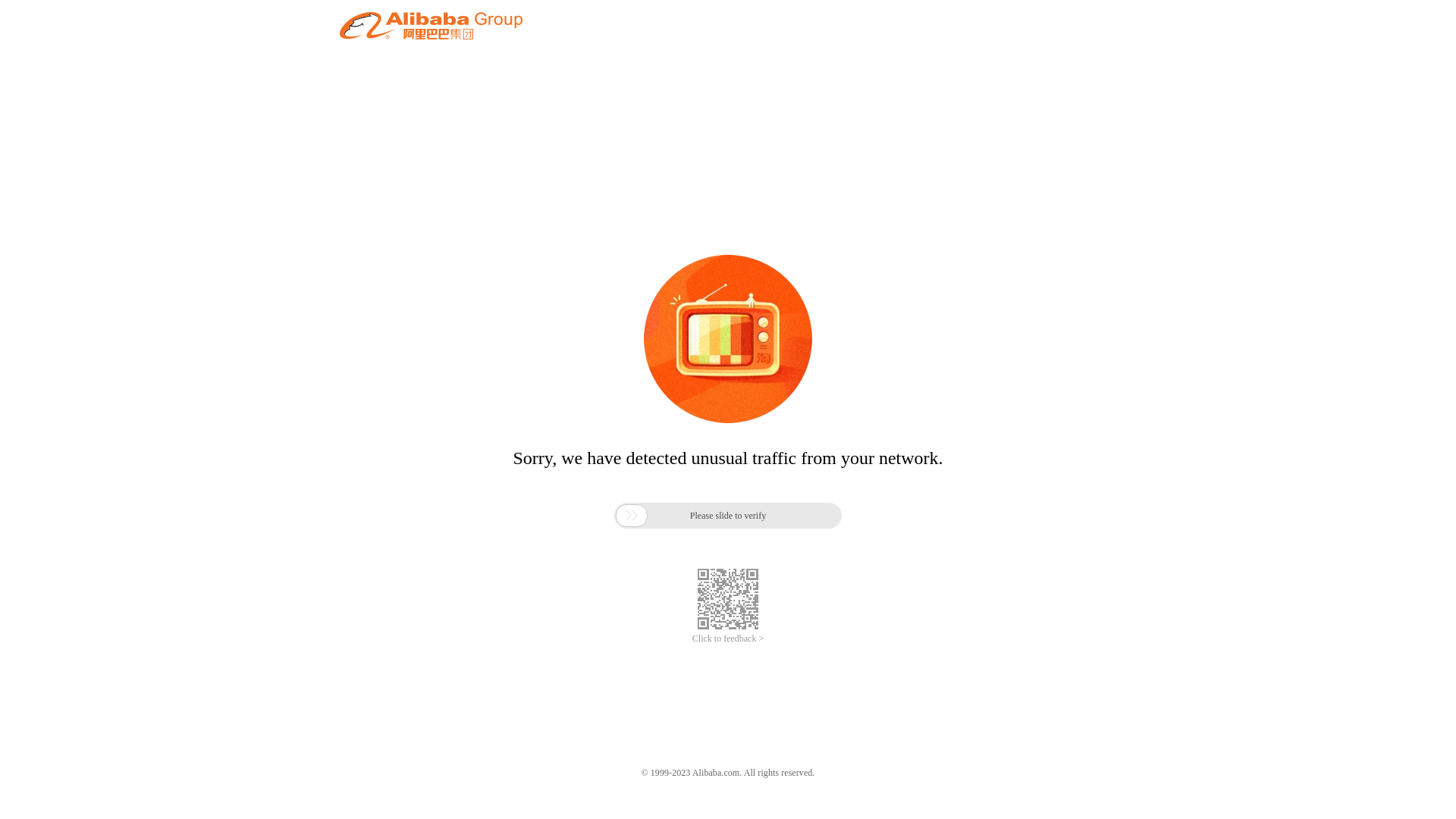 This screenshot has width=1456, height=819. What do you see at coordinates (728, 639) in the screenshot?
I see `'Click to feedback >'` at bounding box center [728, 639].